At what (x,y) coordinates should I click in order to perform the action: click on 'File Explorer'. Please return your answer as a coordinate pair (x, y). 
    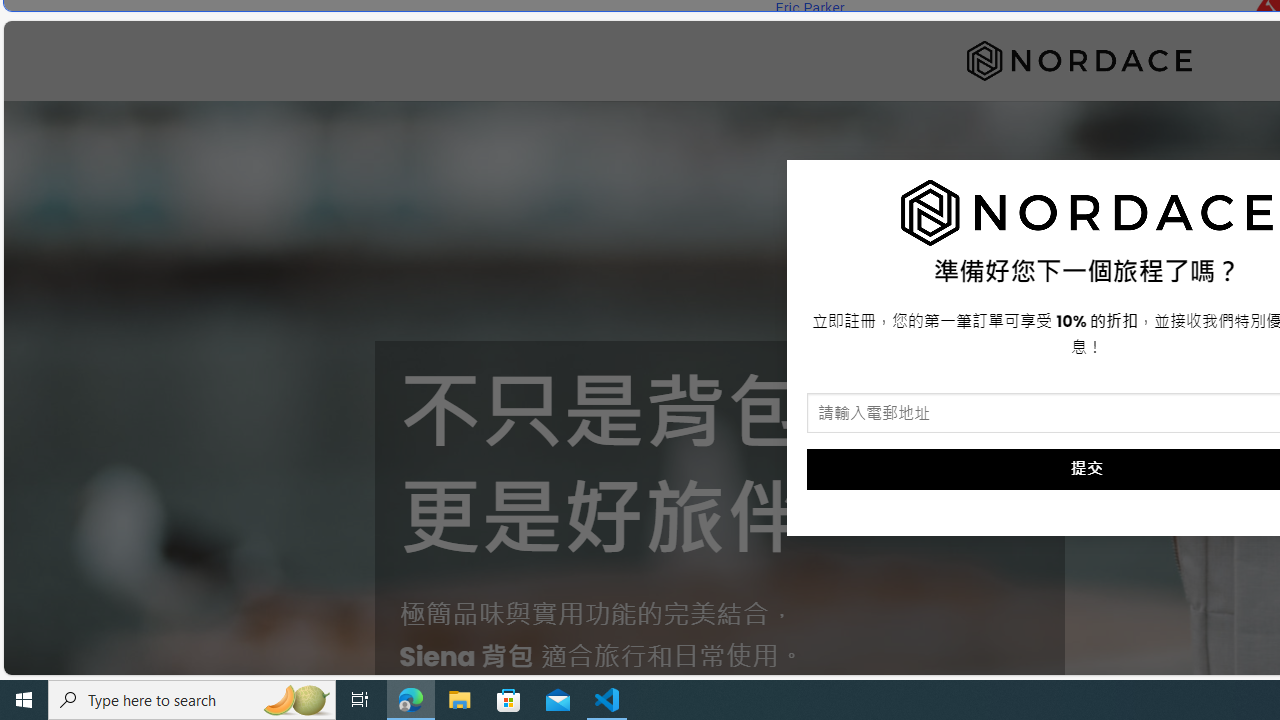
    Looking at the image, I should click on (459, 698).